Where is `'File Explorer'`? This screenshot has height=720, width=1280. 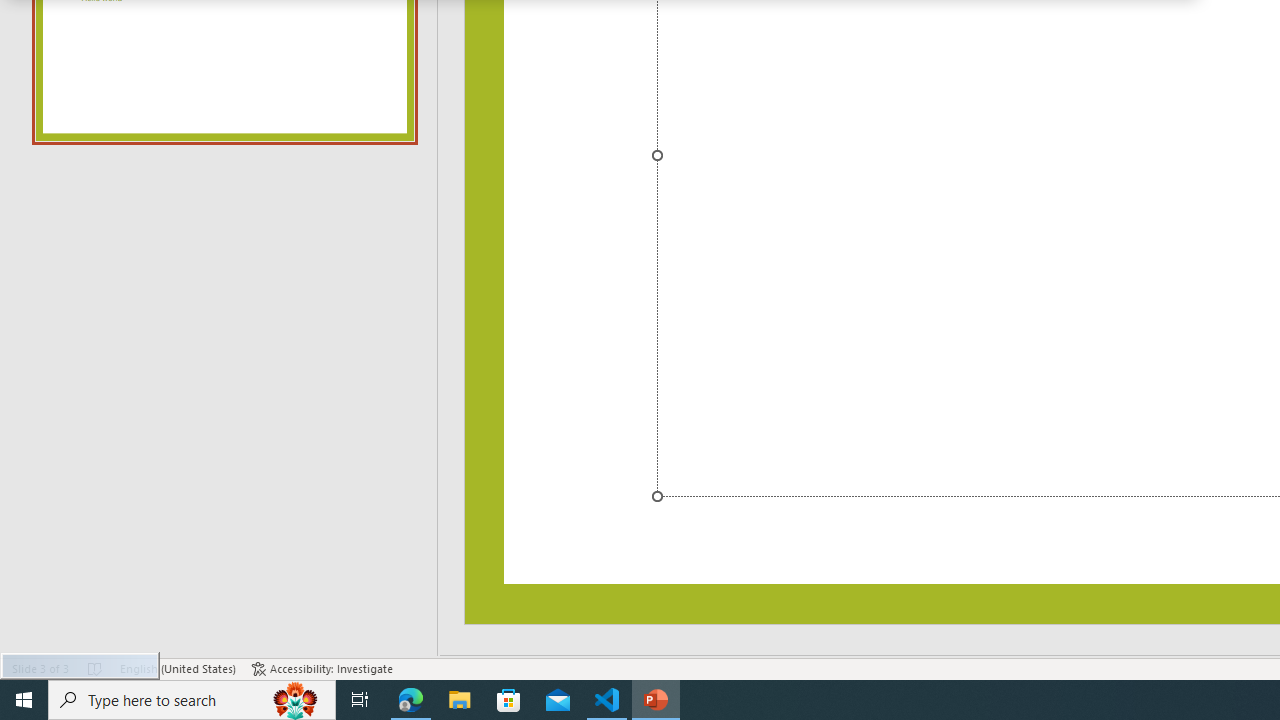 'File Explorer' is located at coordinates (459, 698).